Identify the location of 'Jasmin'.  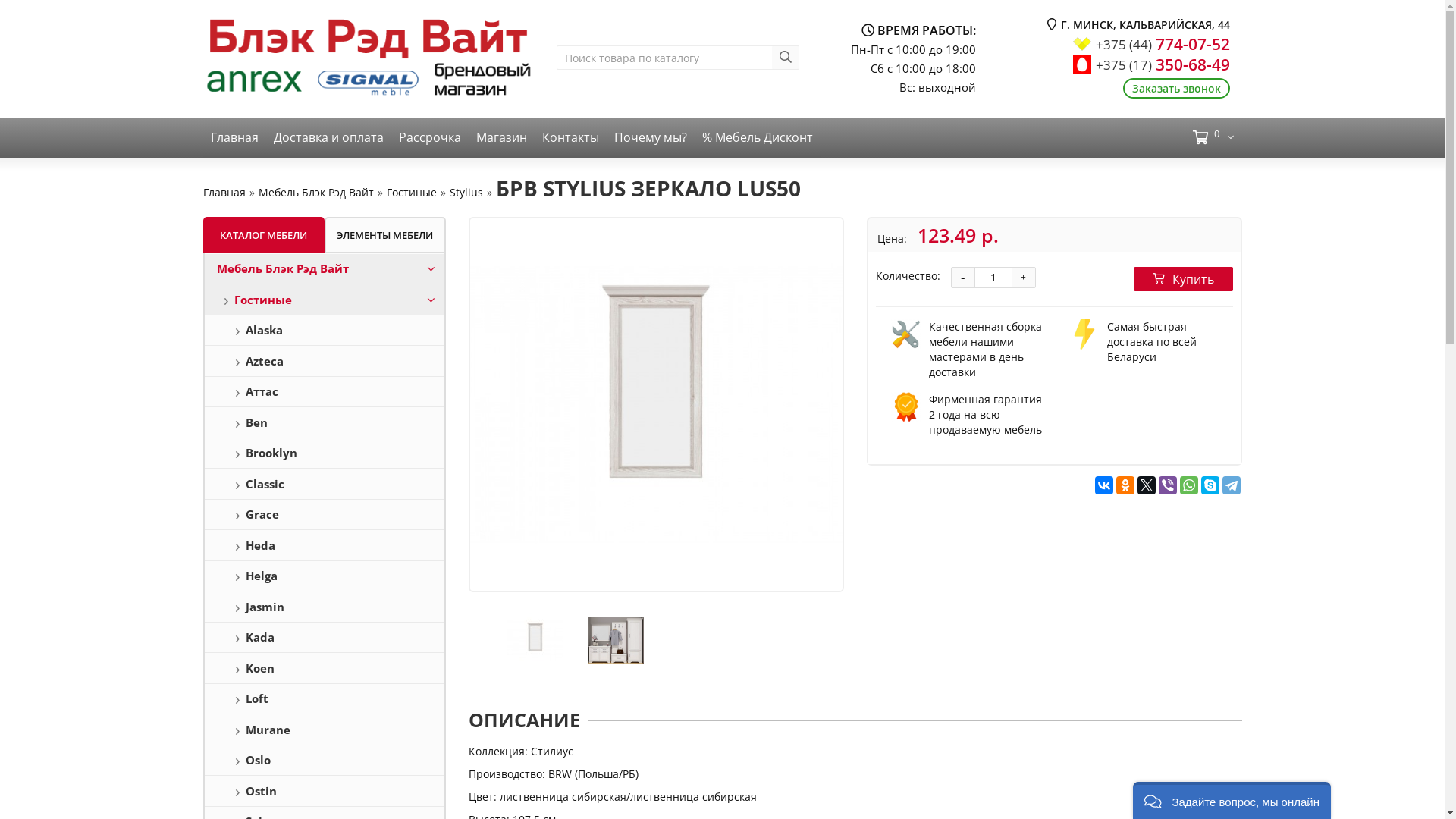
(323, 605).